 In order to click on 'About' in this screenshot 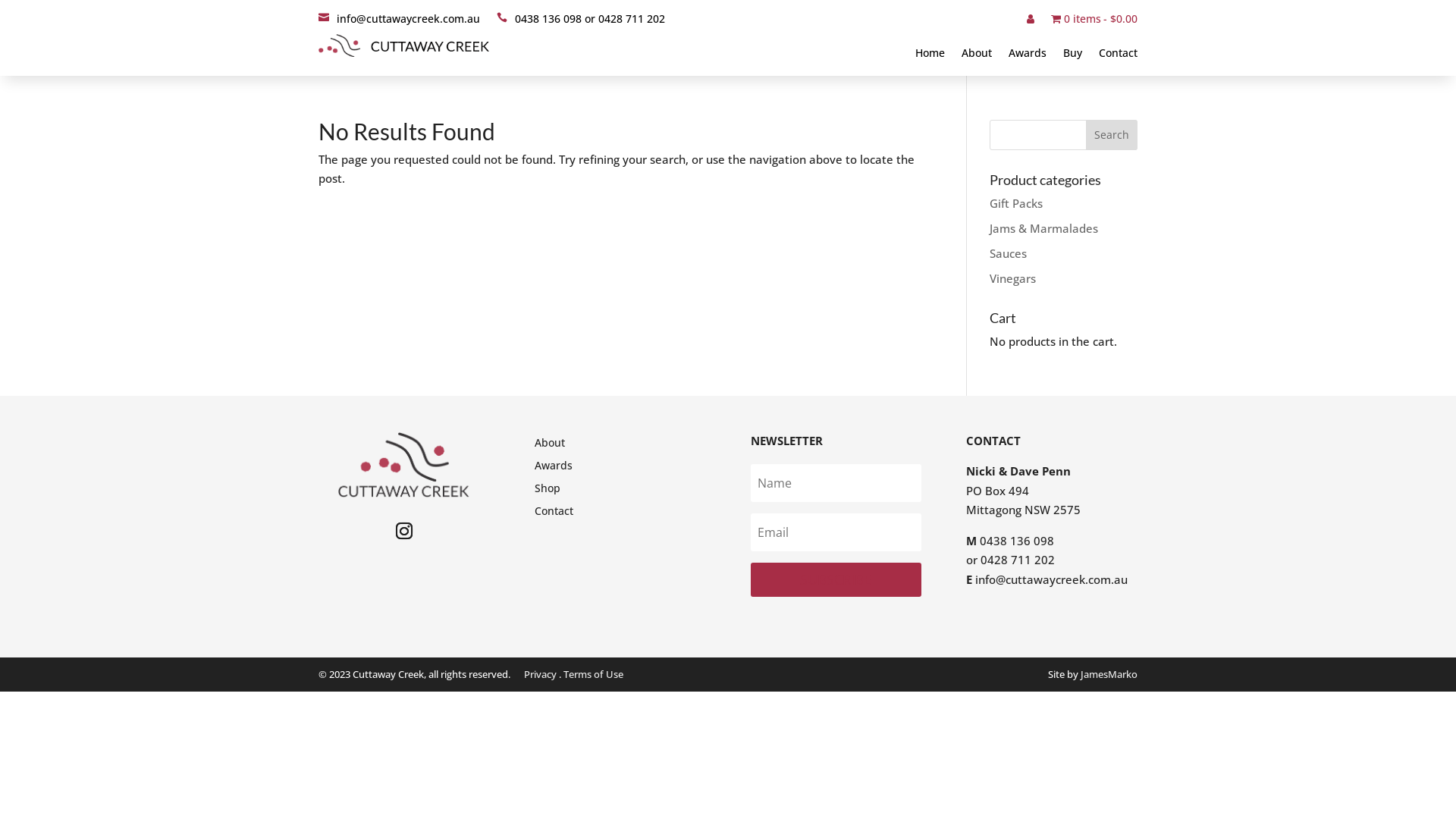, I will do `click(960, 55)`.